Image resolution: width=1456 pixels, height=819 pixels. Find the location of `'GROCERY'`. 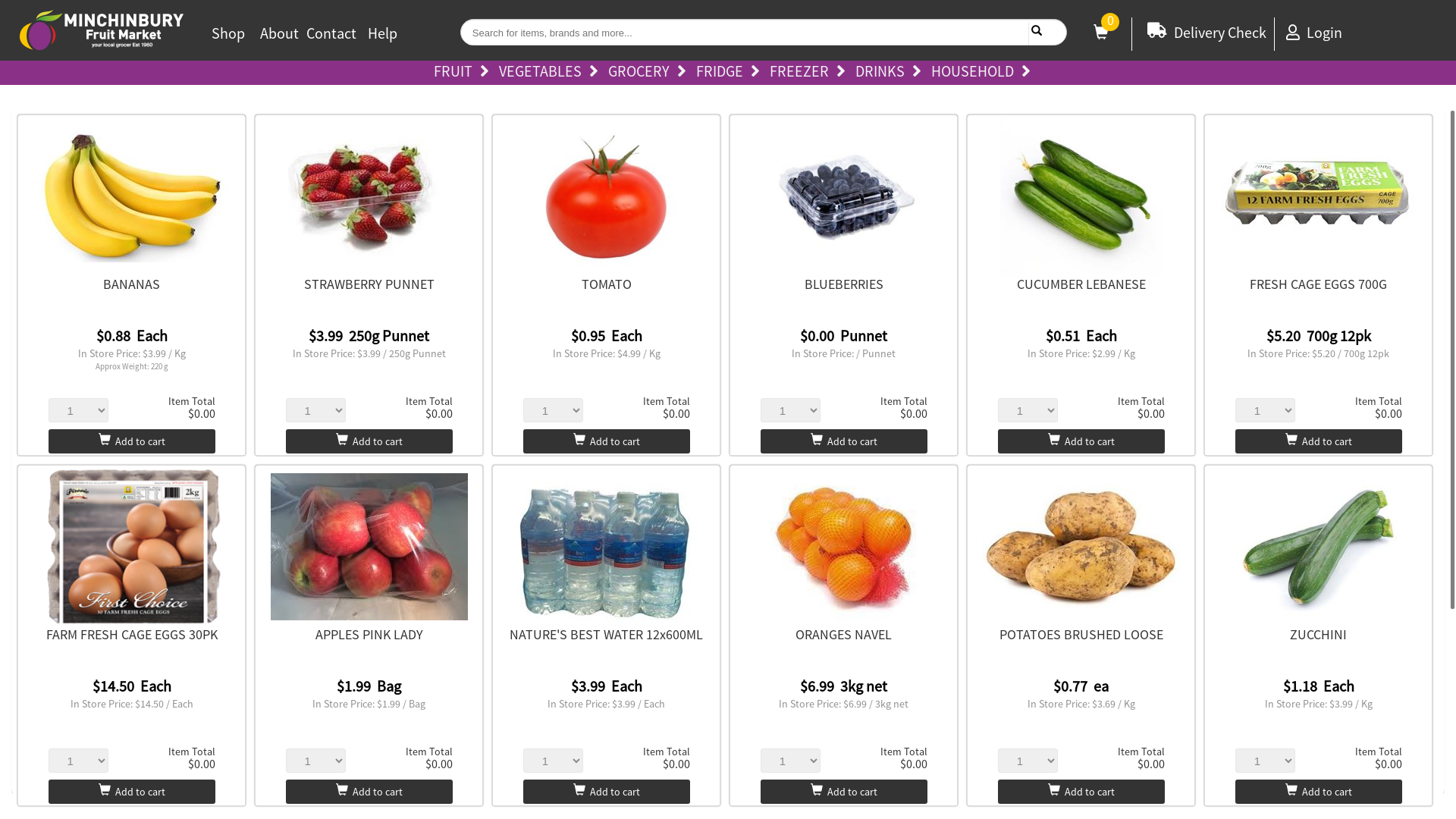

'GROCERY' is located at coordinates (651, 72).